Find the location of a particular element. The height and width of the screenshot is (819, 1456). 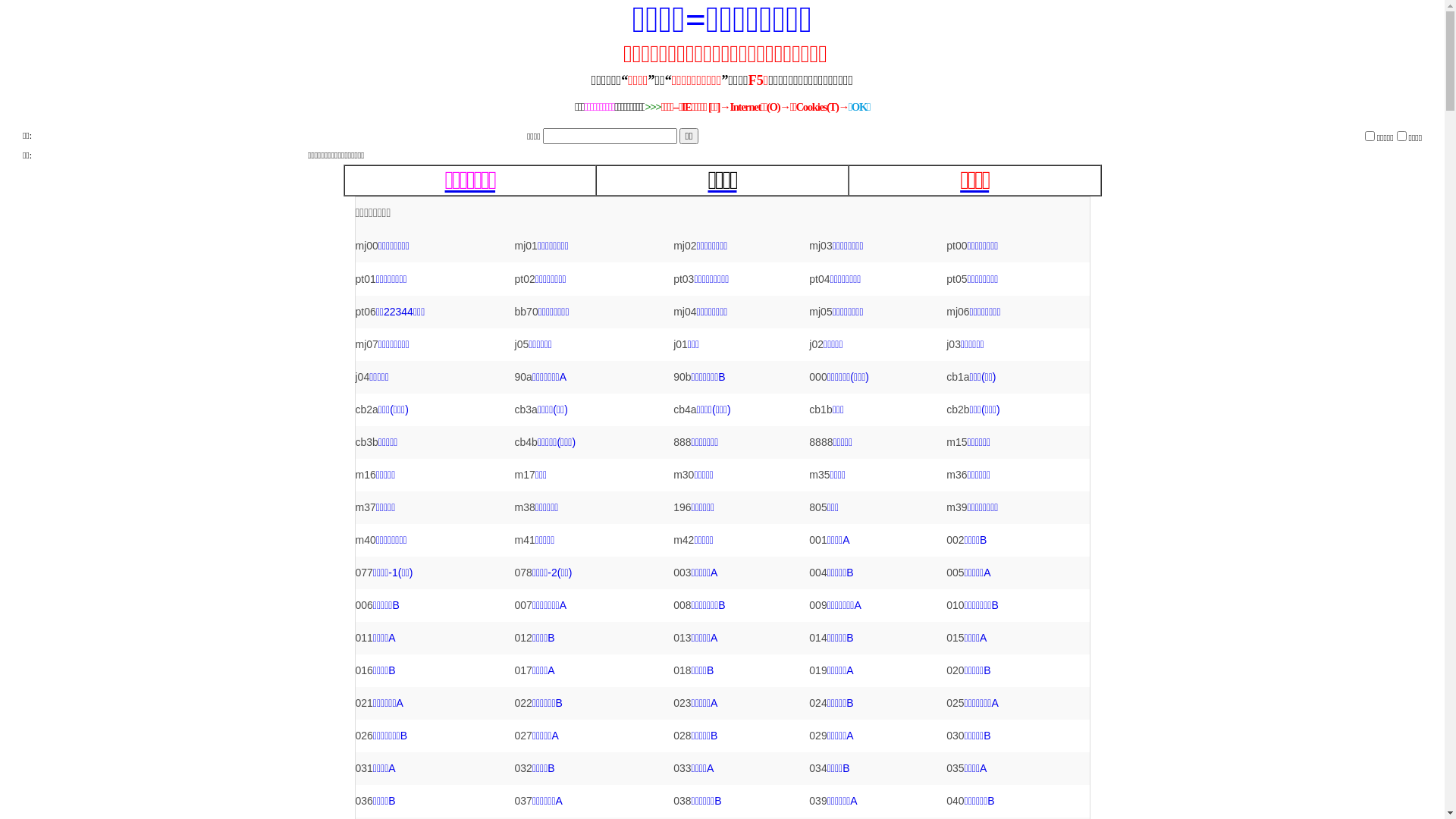

'024' is located at coordinates (808, 702).